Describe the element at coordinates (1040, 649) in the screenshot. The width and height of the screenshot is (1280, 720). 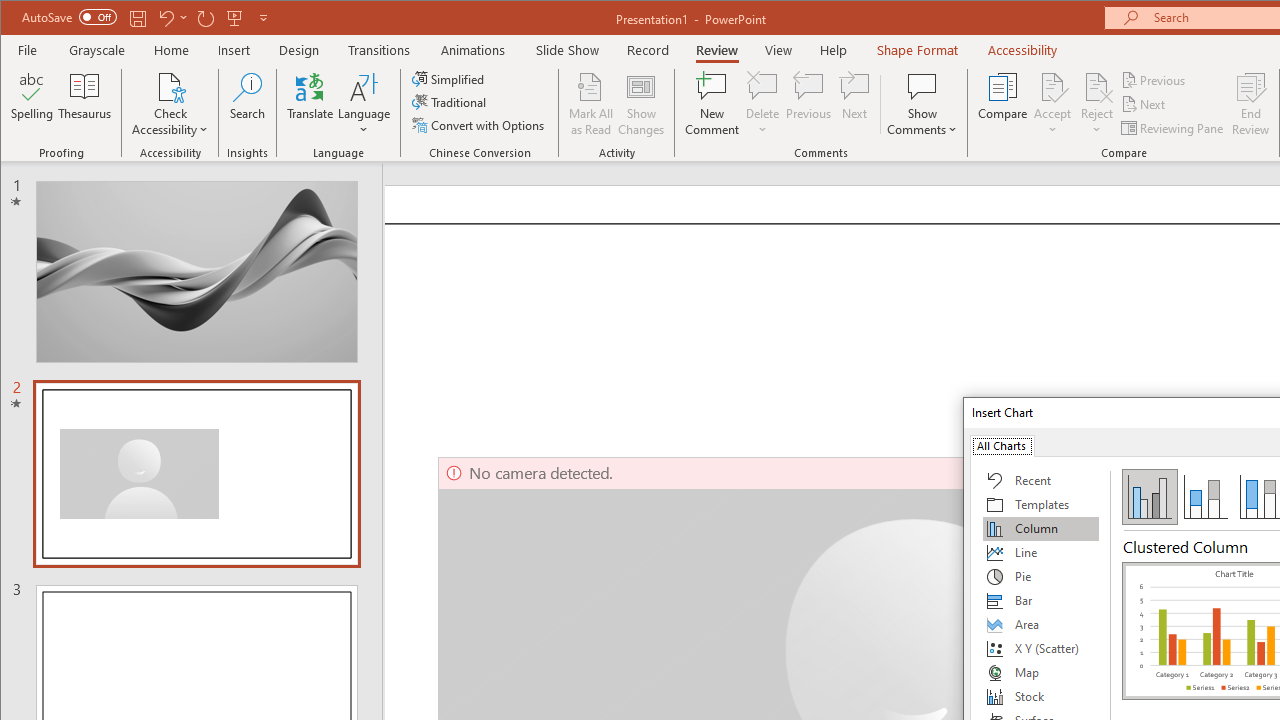
I see `'X Y (Scatter)'` at that location.